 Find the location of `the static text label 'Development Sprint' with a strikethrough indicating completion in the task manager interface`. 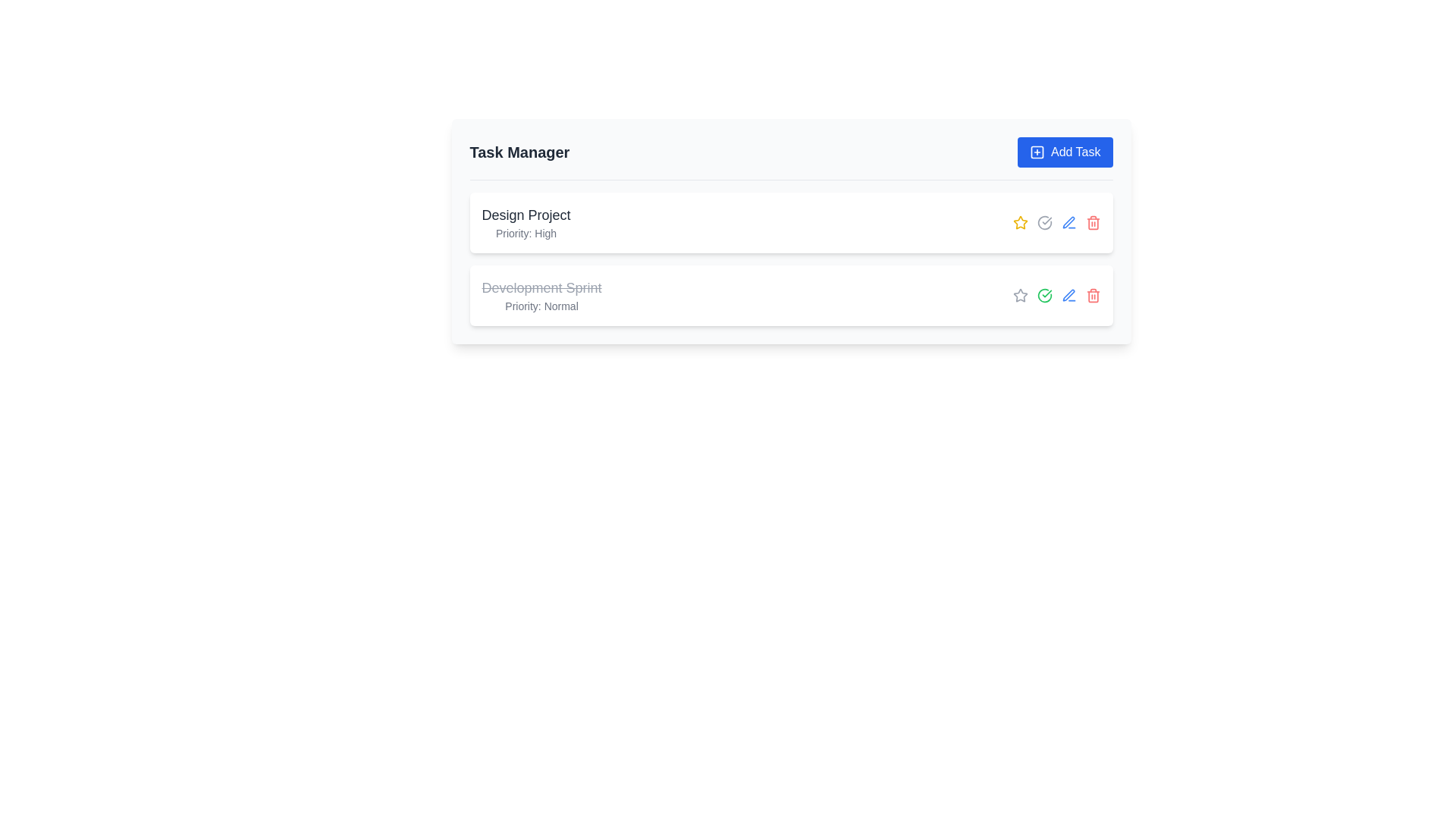

the static text label 'Development Sprint' with a strikethrough indicating completion in the task manager interface is located at coordinates (541, 288).